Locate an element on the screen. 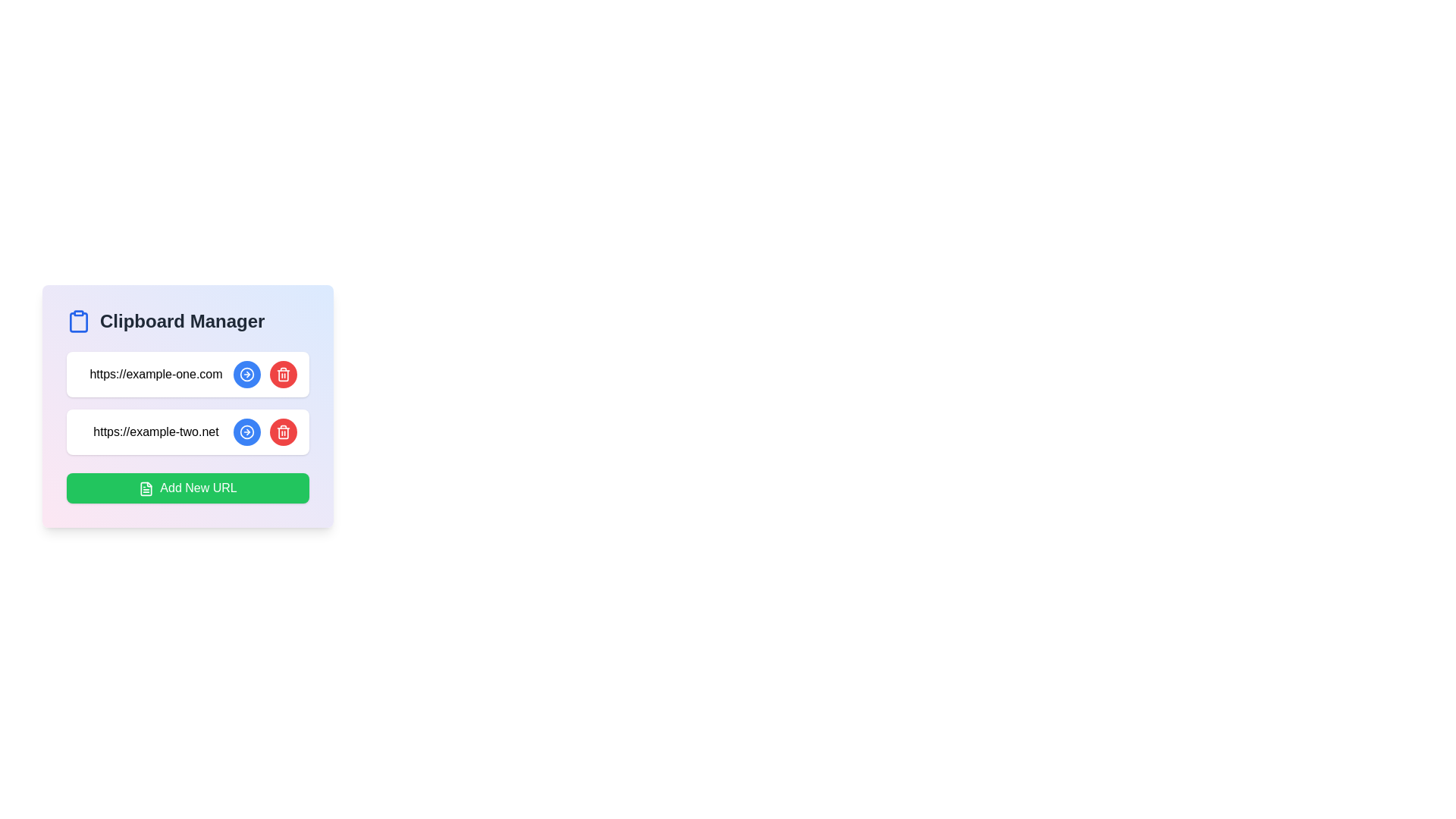 The width and height of the screenshot is (1456, 819). the first circular button in the right section of the row containing the URL 'https://example-two.net' is located at coordinates (247, 432).